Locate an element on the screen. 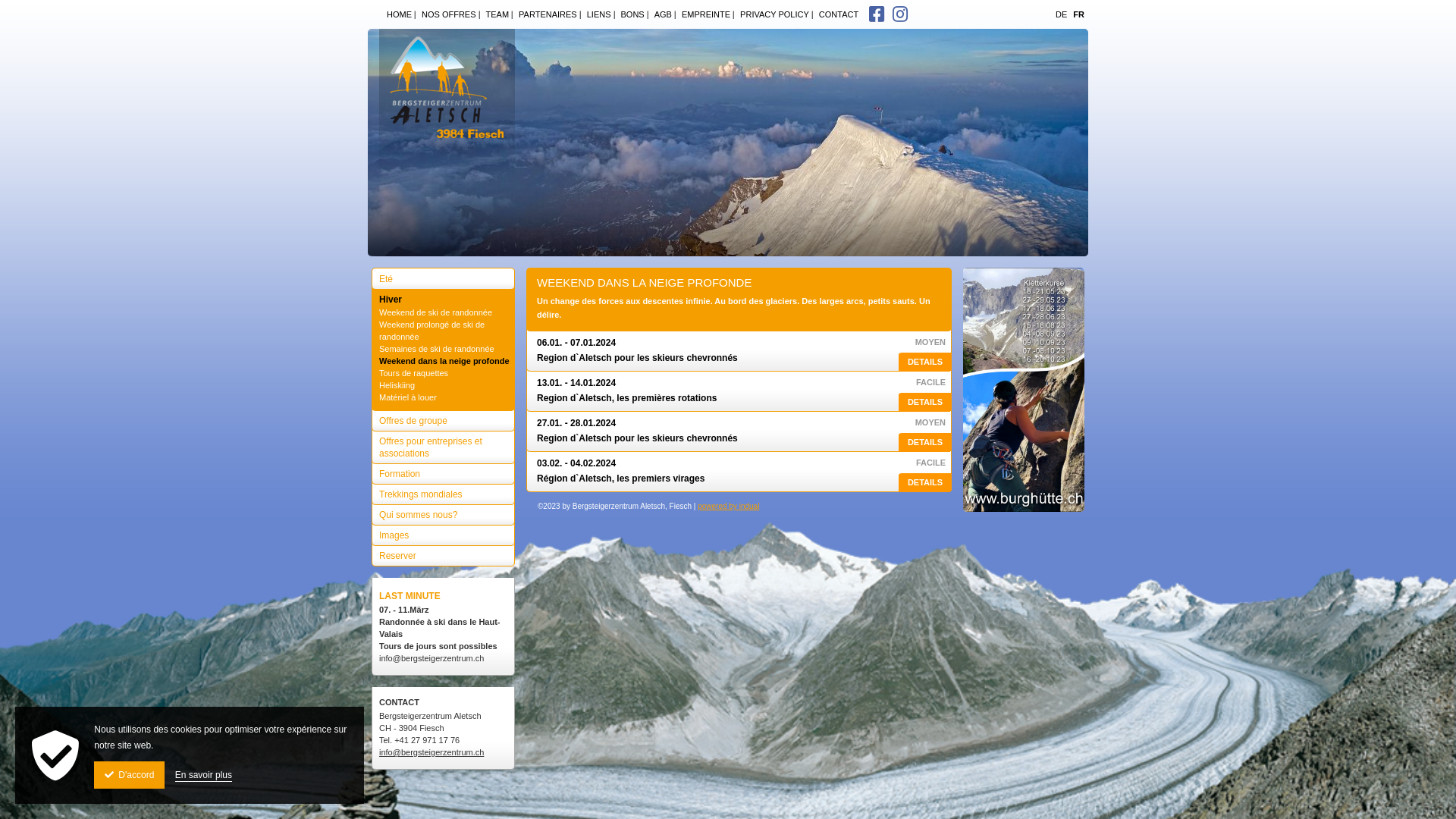 This screenshot has width=1456, height=819. 'PARTENAIRES' is located at coordinates (545, 14).